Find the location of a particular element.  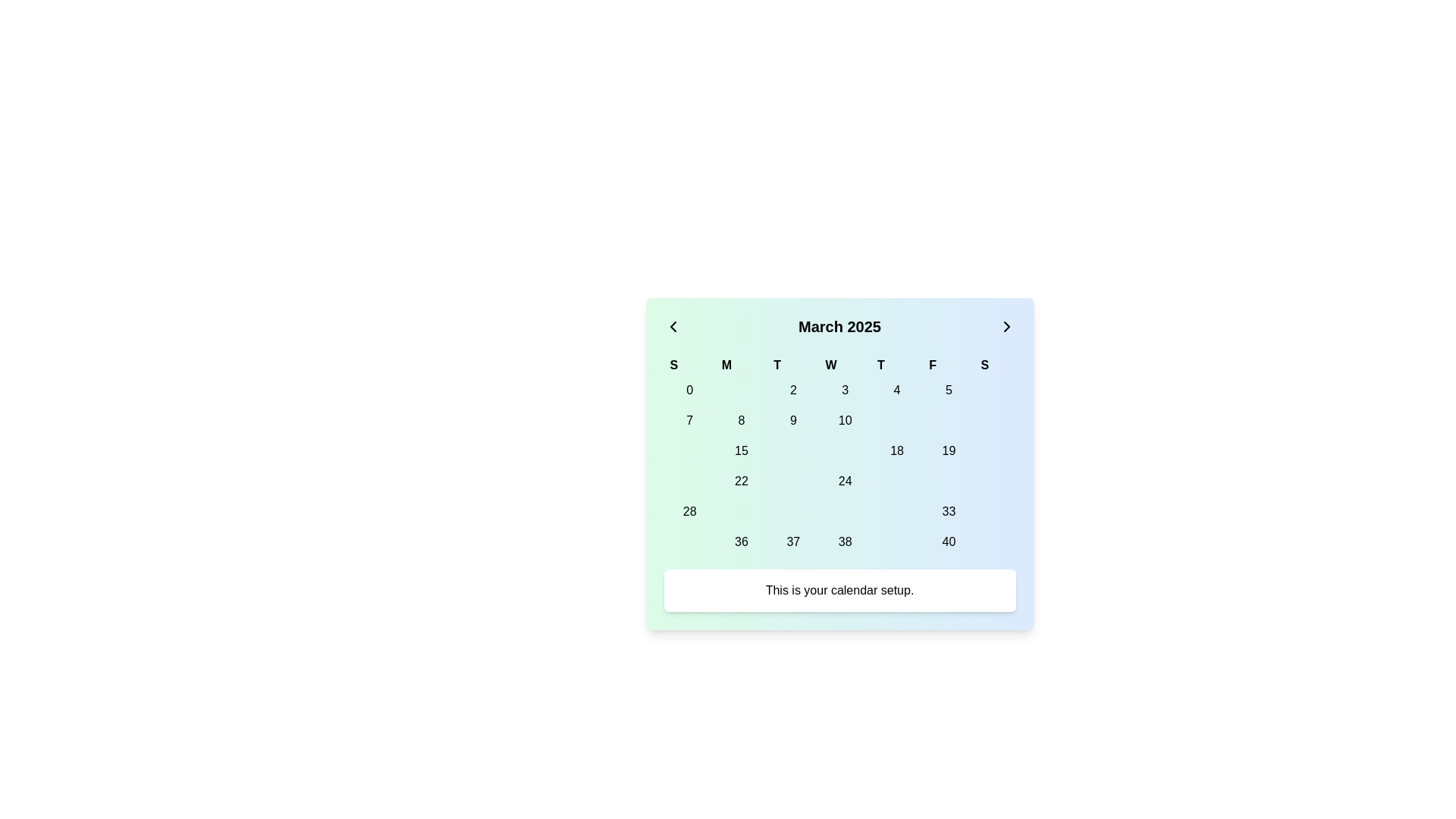

to select multiple dates from the Selector for calendar days located in the third row of the calendar grid is located at coordinates (839, 450).